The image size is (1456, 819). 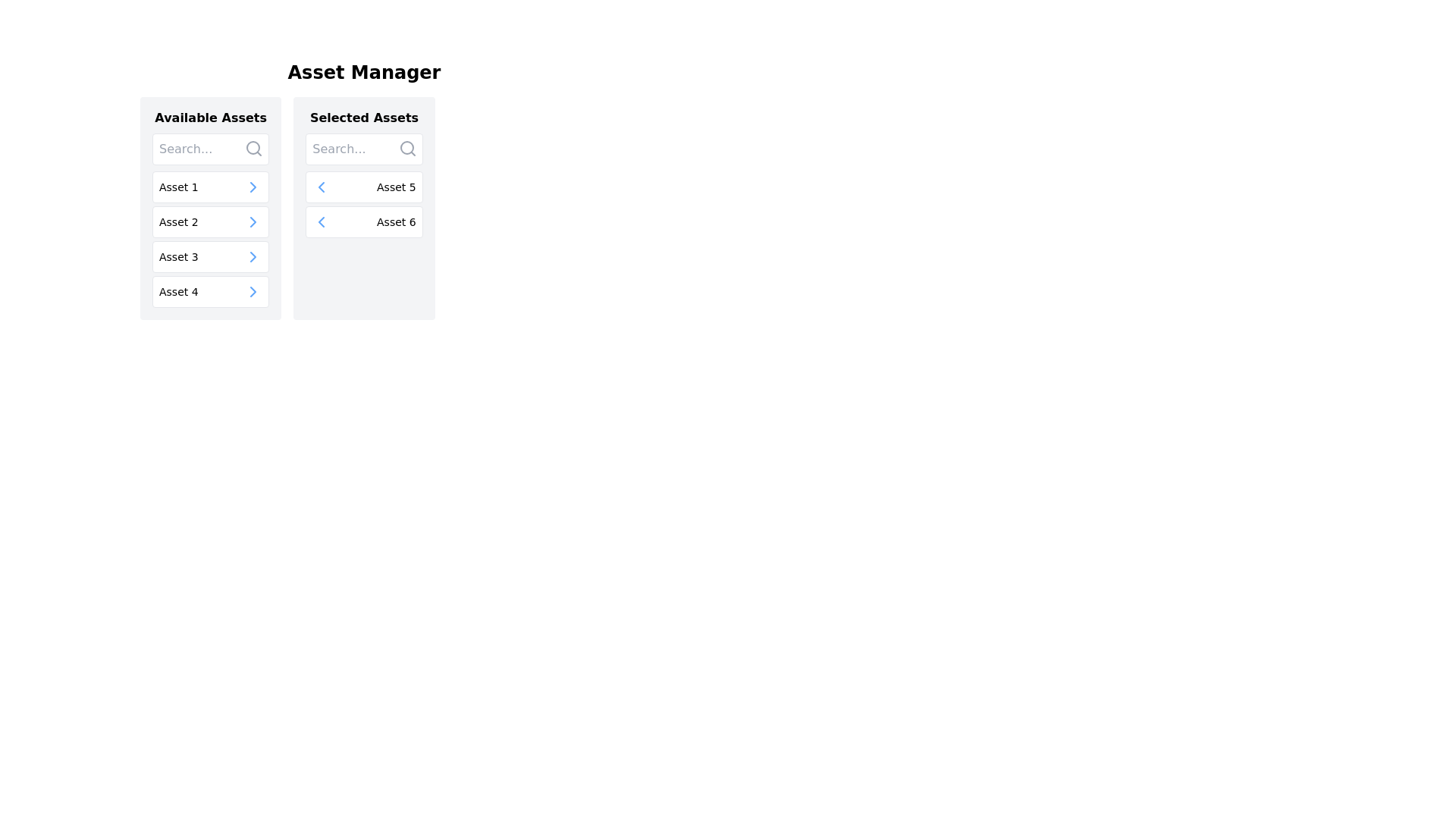 I want to click on the third arrow indicator next to the 'Asset 3' label in the 'Available Assets' column, so click(x=253, y=256).